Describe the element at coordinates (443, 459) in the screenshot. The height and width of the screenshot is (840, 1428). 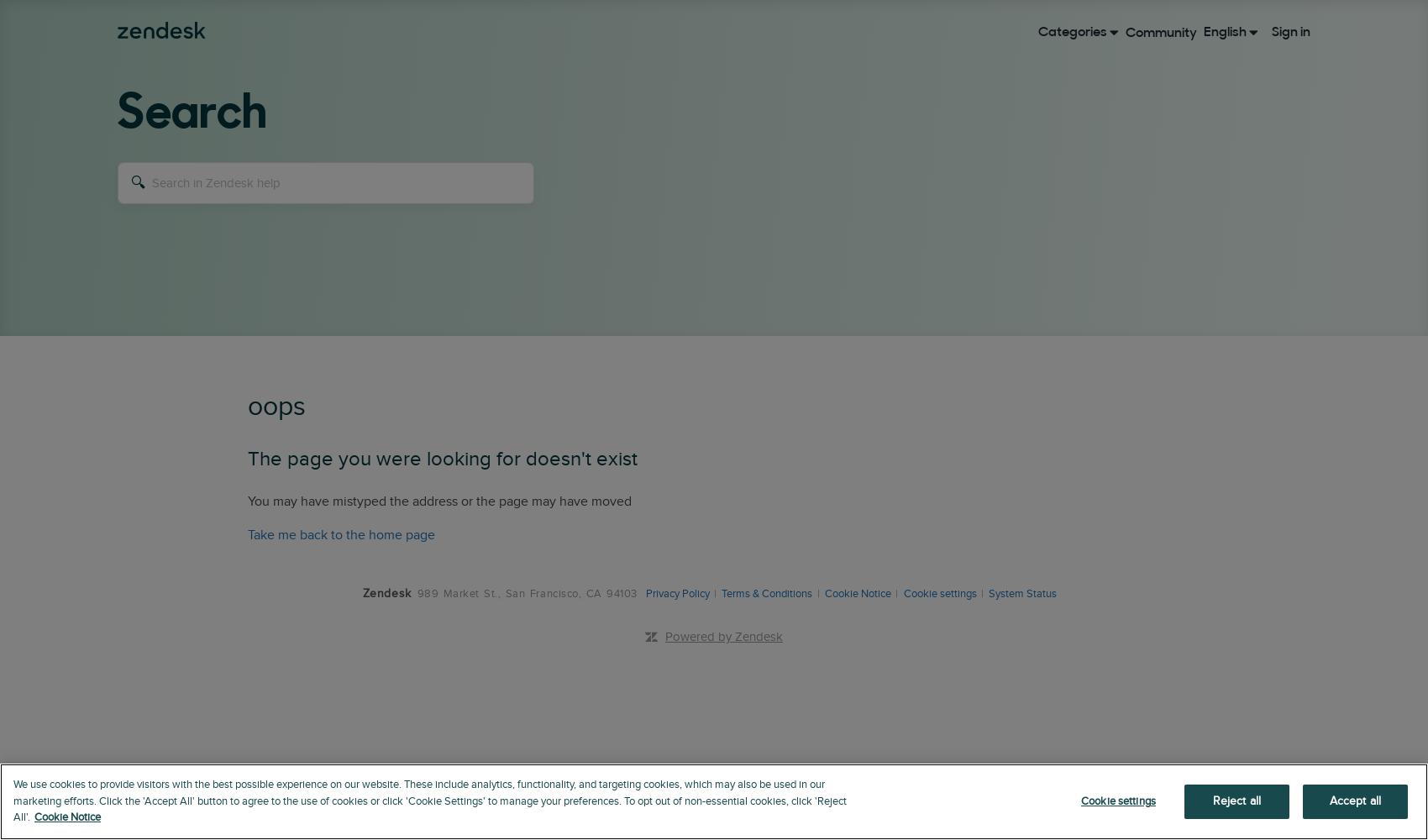
I see `'The page you were looking for doesn't exist'` at that location.